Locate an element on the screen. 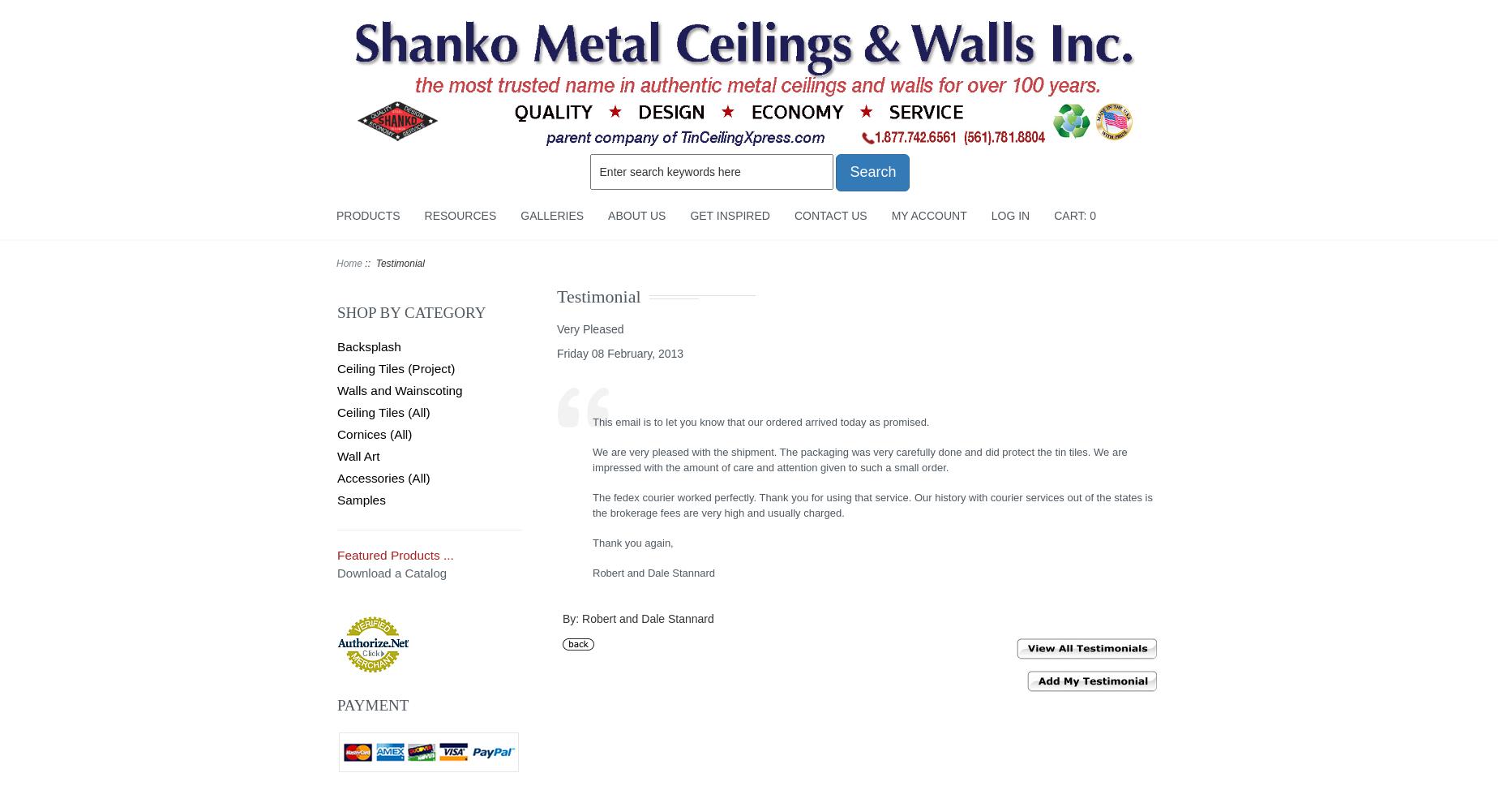 The image size is (1512, 803). 'Friday 08 February, 2013' is located at coordinates (619, 352).